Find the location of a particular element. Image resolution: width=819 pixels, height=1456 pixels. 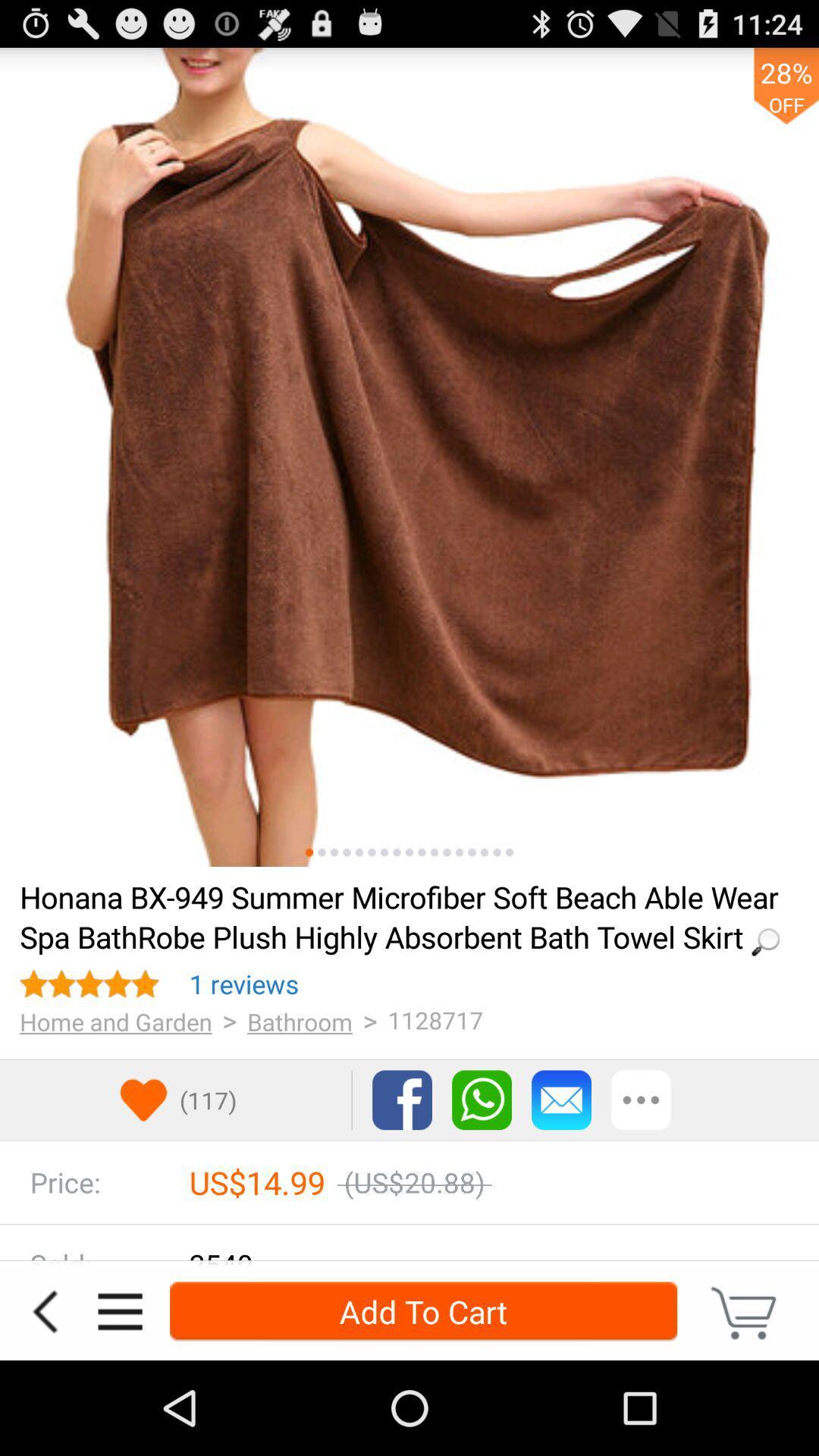

the item above the loading... is located at coordinates (471, 852).